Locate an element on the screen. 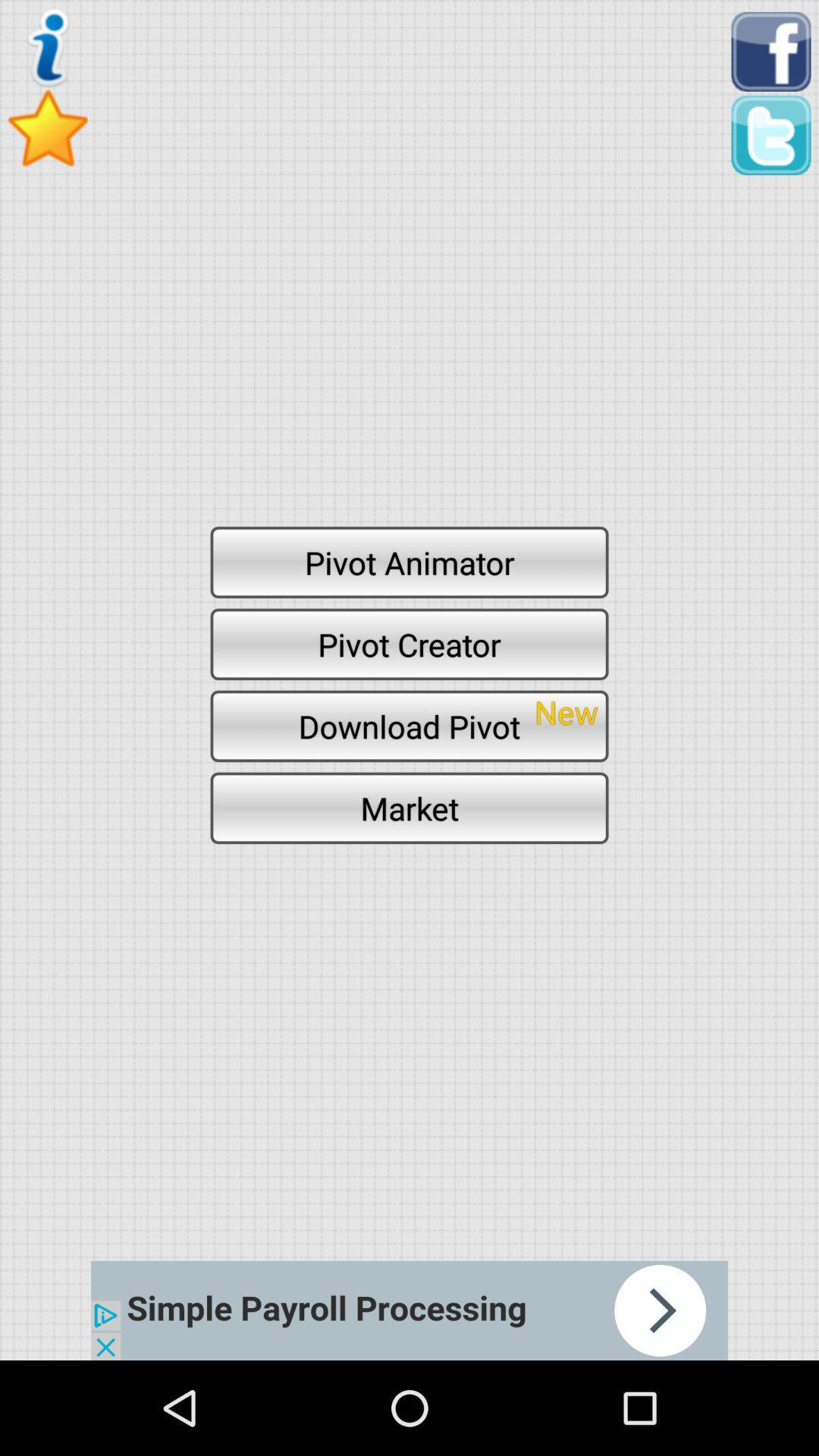 Image resolution: width=819 pixels, height=1456 pixels. item below the market item is located at coordinates (409, 1310).